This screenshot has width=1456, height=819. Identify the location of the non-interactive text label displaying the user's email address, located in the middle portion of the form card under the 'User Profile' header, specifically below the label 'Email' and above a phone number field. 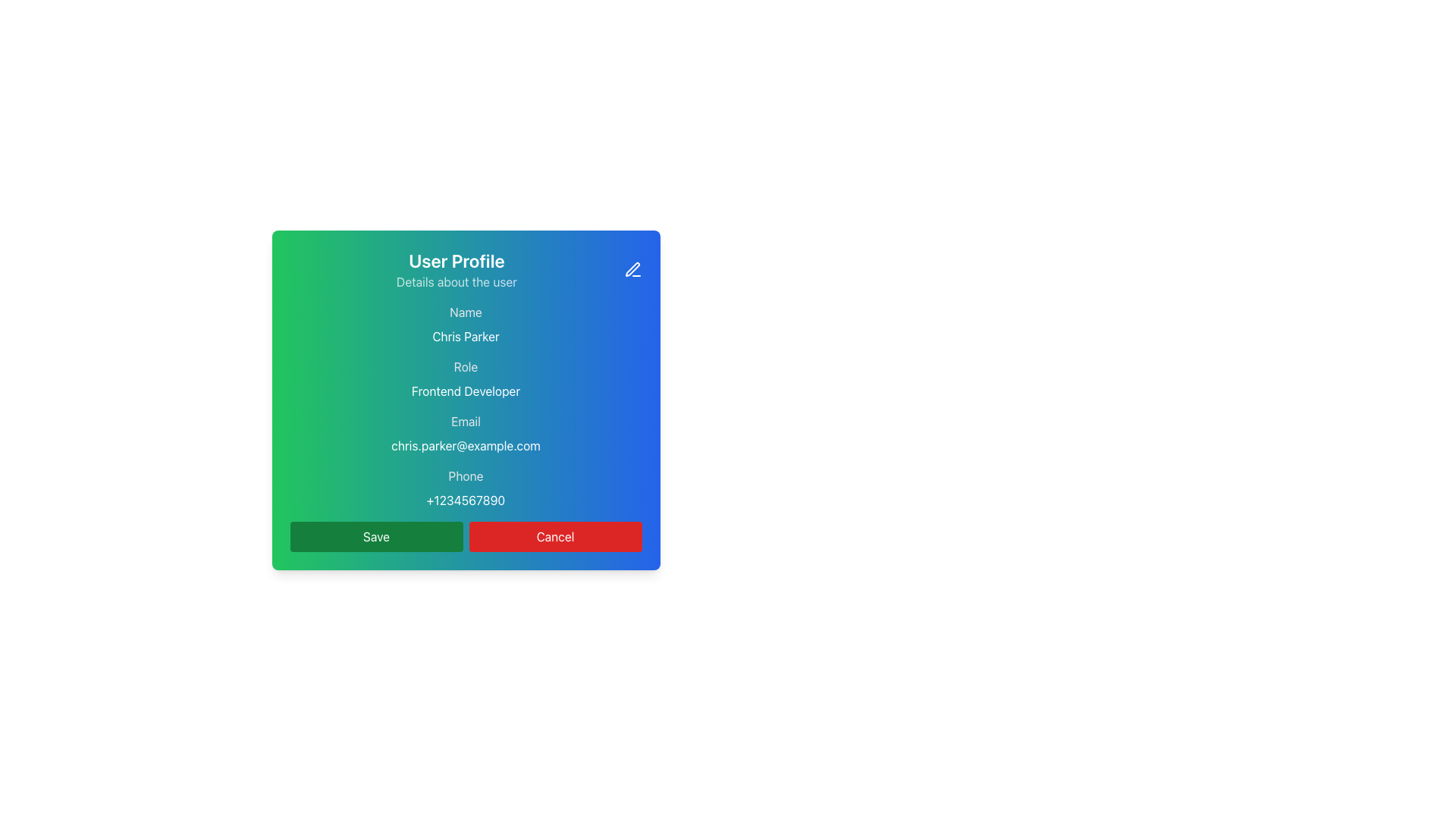
(465, 444).